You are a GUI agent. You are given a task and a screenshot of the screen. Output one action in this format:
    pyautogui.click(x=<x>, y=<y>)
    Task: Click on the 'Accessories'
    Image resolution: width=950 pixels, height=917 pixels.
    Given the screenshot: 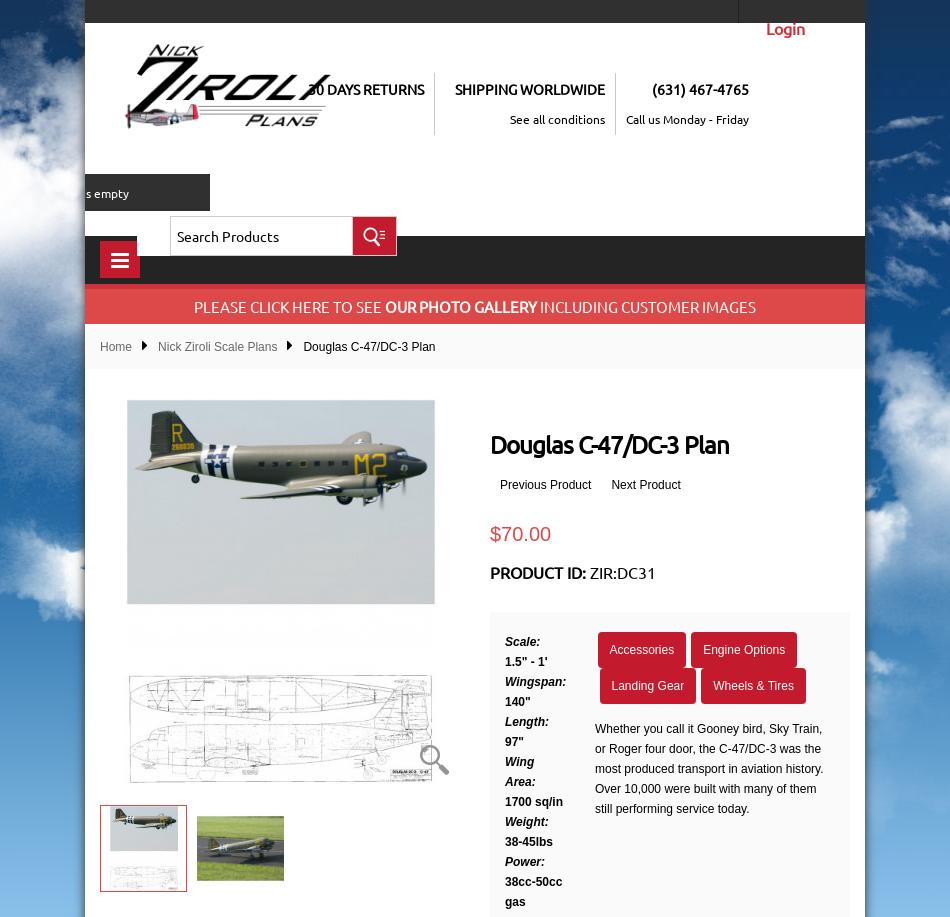 What is the action you would take?
    pyautogui.click(x=641, y=648)
    